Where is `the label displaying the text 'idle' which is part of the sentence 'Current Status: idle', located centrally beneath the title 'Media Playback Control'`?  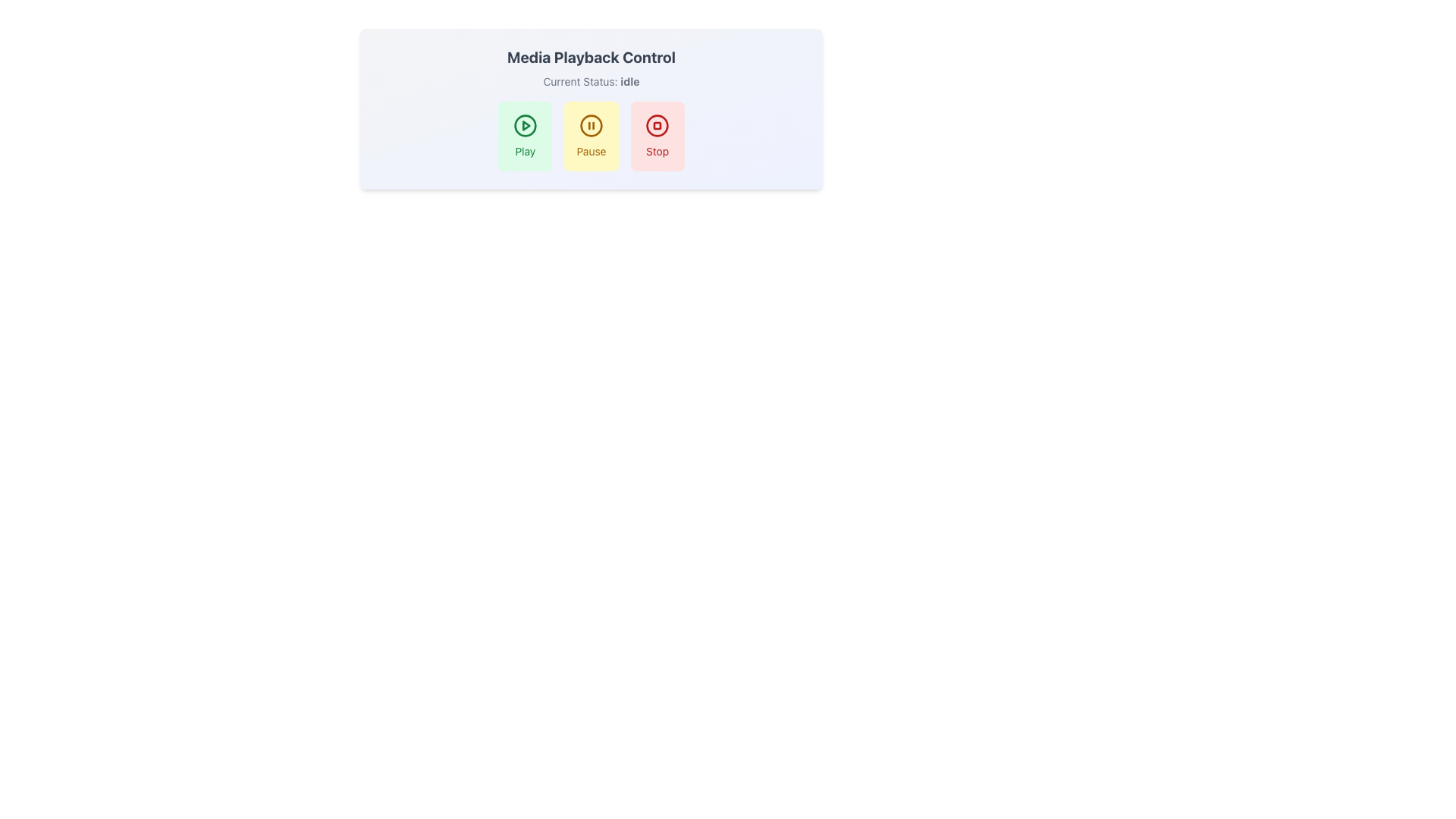
the label displaying the text 'idle' which is part of the sentence 'Current Status: idle', located centrally beneath the title 'Media Playback Control' is located at coordinates (629, 81).